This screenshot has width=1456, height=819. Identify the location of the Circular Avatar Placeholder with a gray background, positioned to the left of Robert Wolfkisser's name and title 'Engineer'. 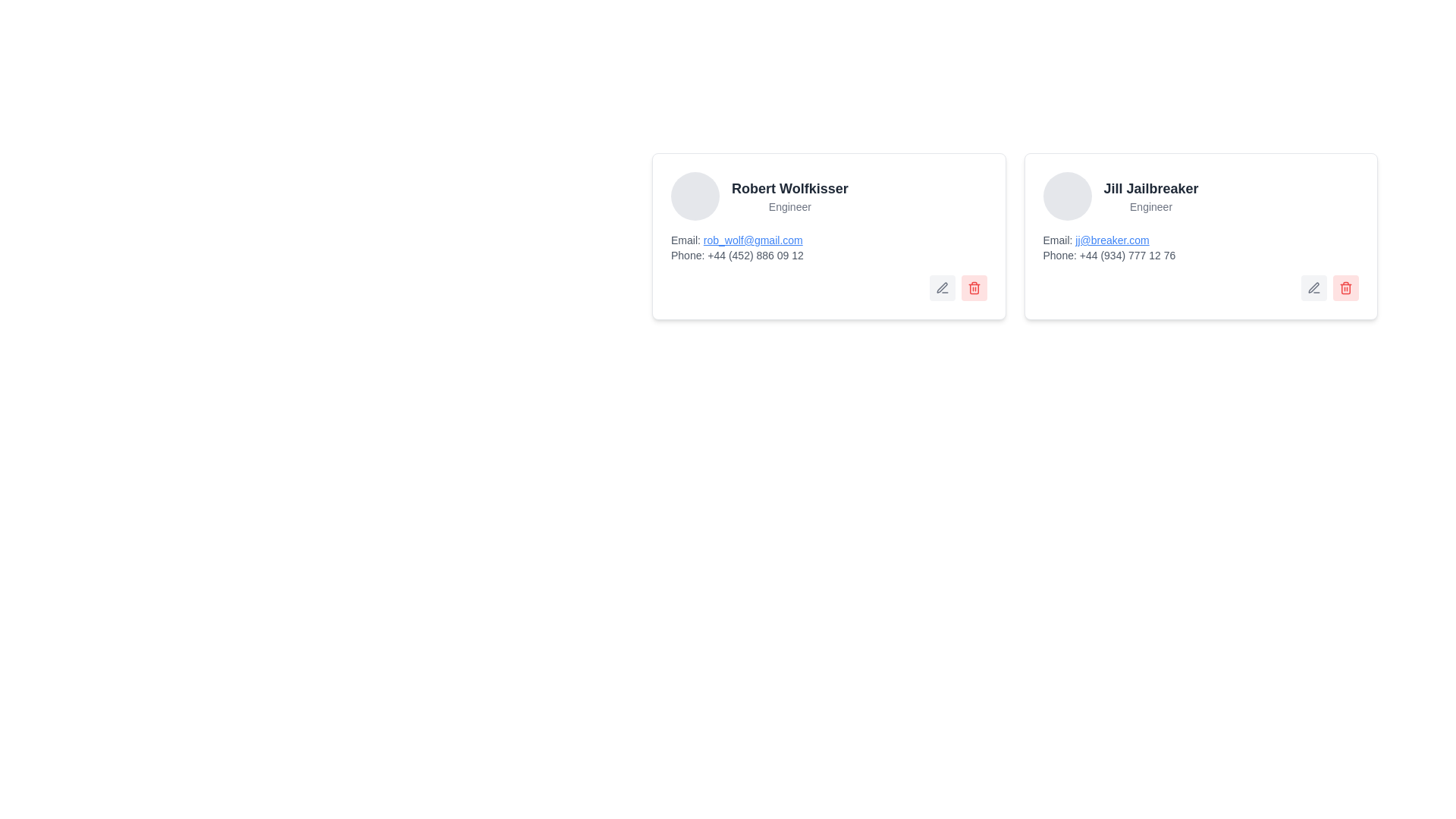
(694, 195).